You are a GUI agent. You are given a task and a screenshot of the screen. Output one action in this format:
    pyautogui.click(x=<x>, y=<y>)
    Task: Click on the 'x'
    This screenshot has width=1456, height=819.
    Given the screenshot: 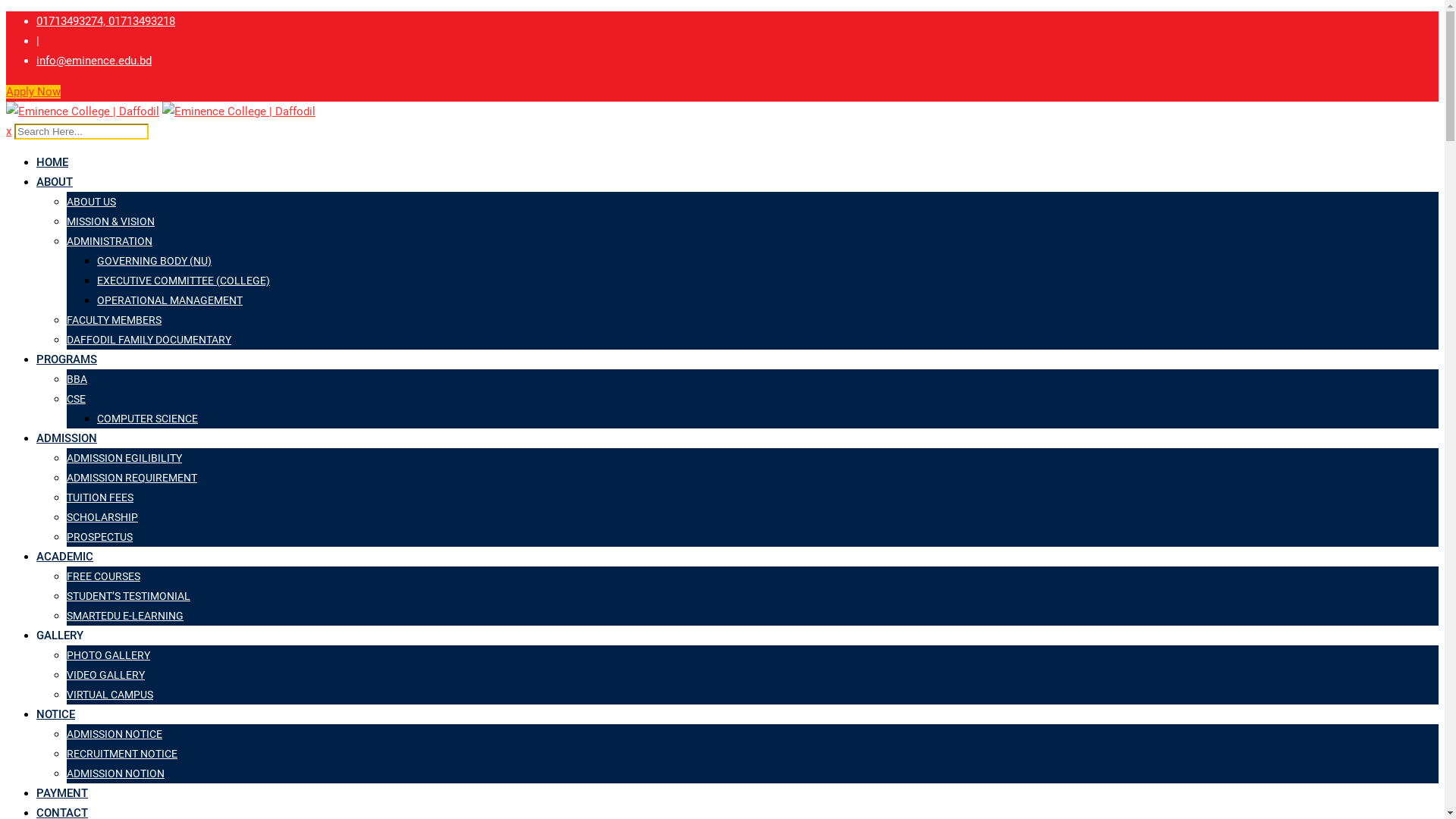 What is the action you would take?
    pyautogui.click(x=8, y=130)
    